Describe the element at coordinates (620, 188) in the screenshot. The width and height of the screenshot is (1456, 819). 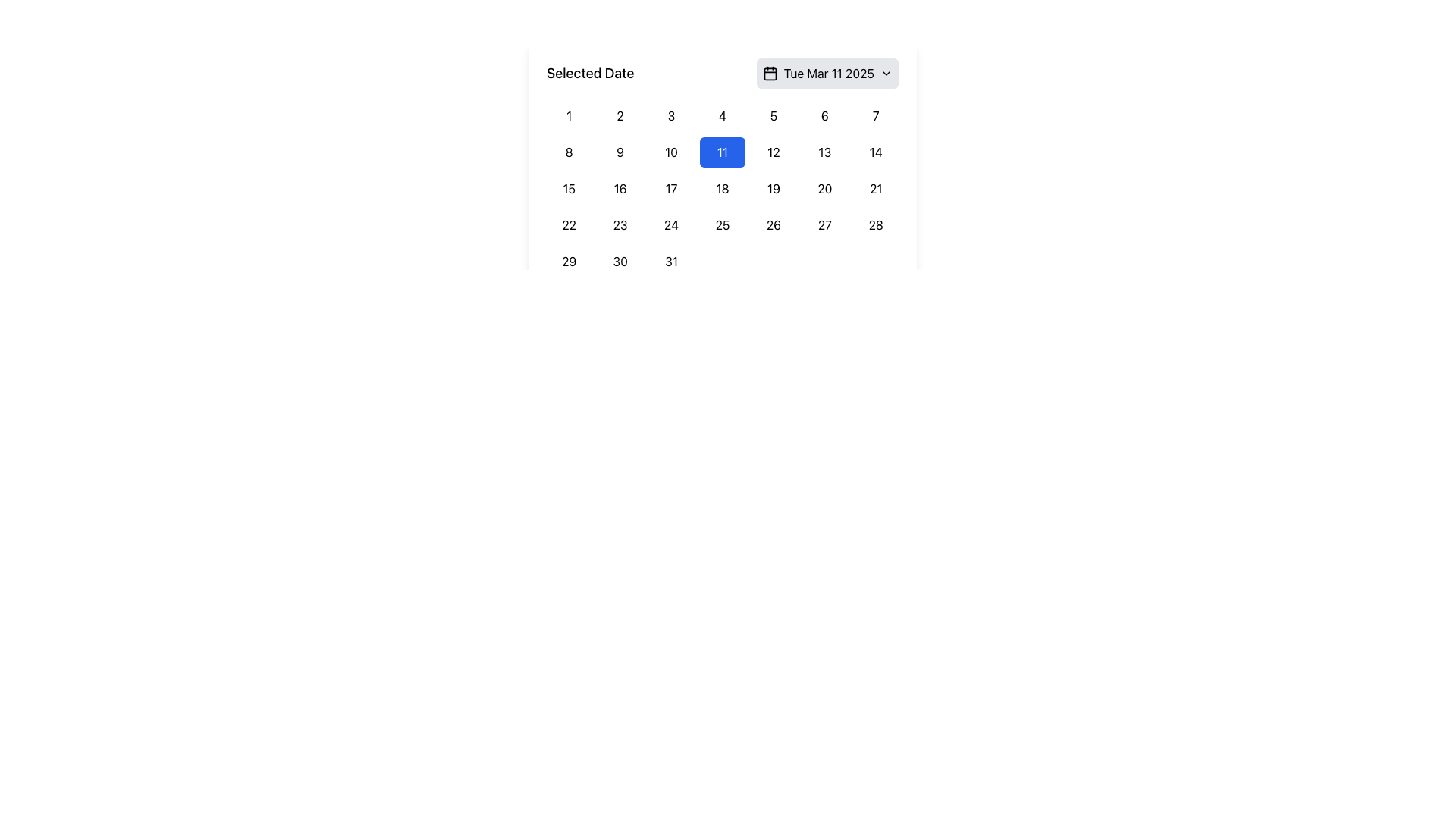
I see `the text element displaying the date '16' in the second column of the third row in the calendar grid layout` at that location.